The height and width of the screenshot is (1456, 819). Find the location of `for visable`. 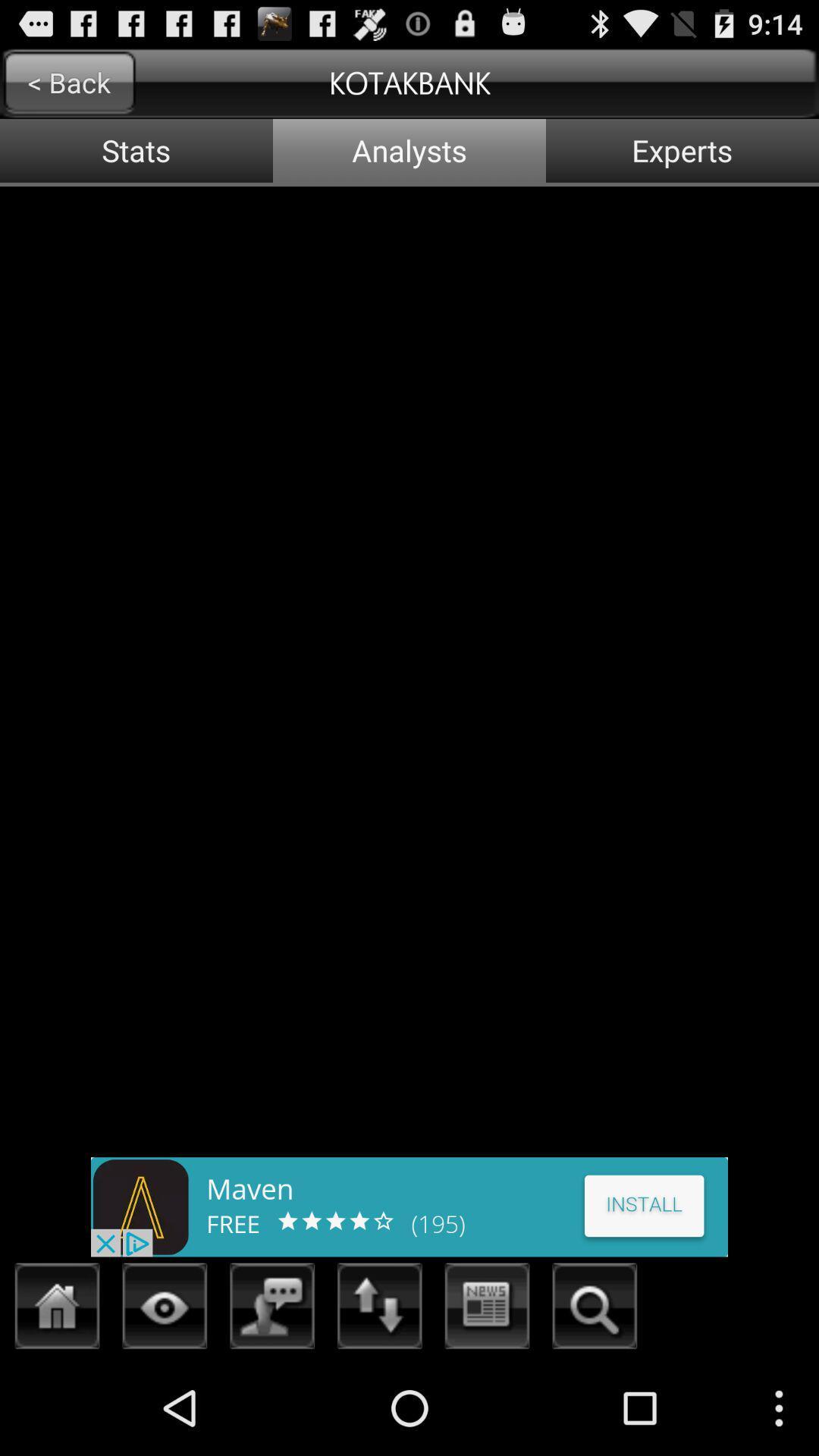

for visable is located at coordinates (165, 1310).